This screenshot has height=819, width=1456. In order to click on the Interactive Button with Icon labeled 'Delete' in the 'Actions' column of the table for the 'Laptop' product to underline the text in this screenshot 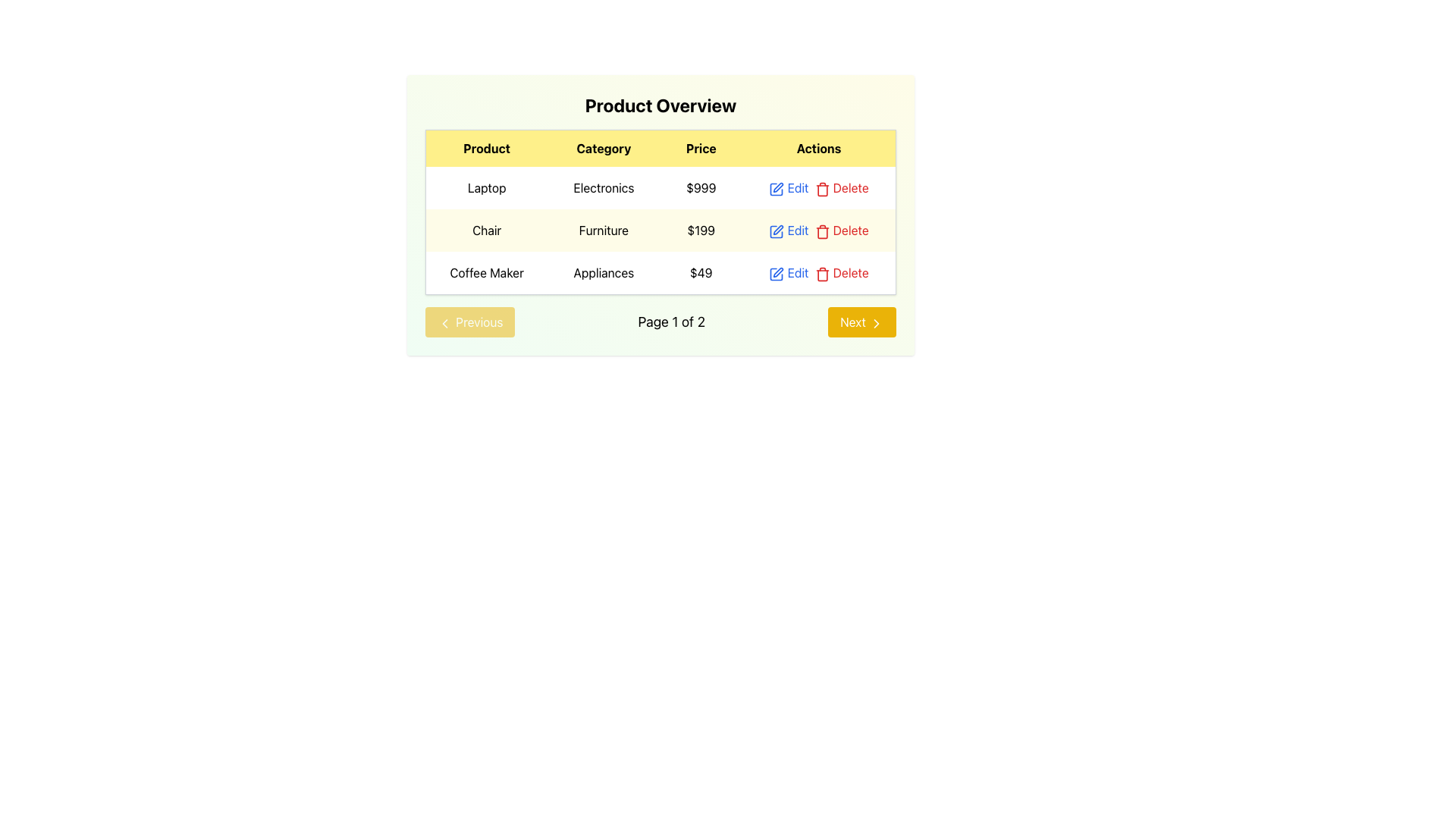, I will do `click(841, 187)`.